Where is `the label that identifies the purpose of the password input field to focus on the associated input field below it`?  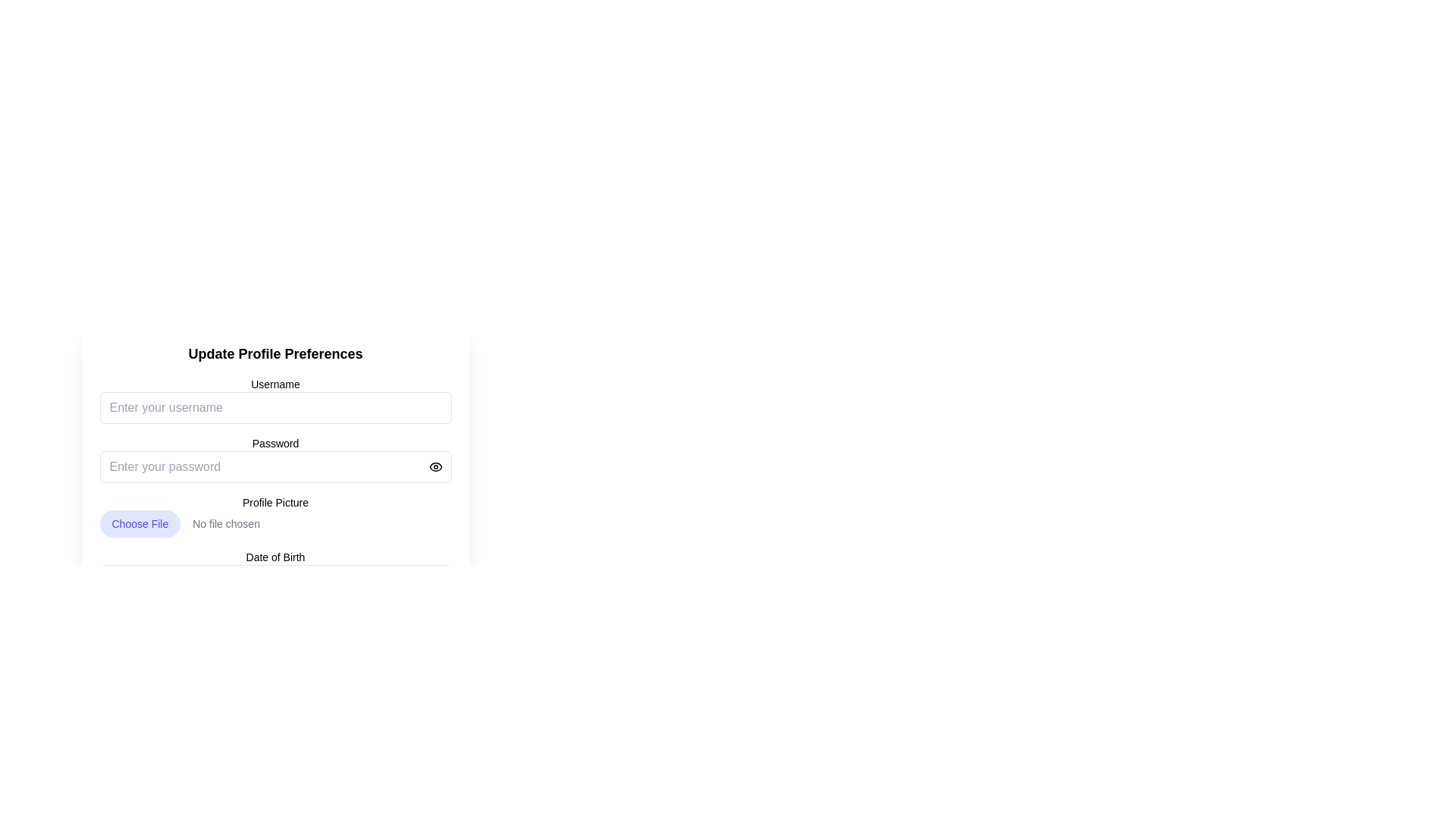 the label that identifies the purpose of the password input field to focus on the associated input field below it is located at coordinates (275, 444).